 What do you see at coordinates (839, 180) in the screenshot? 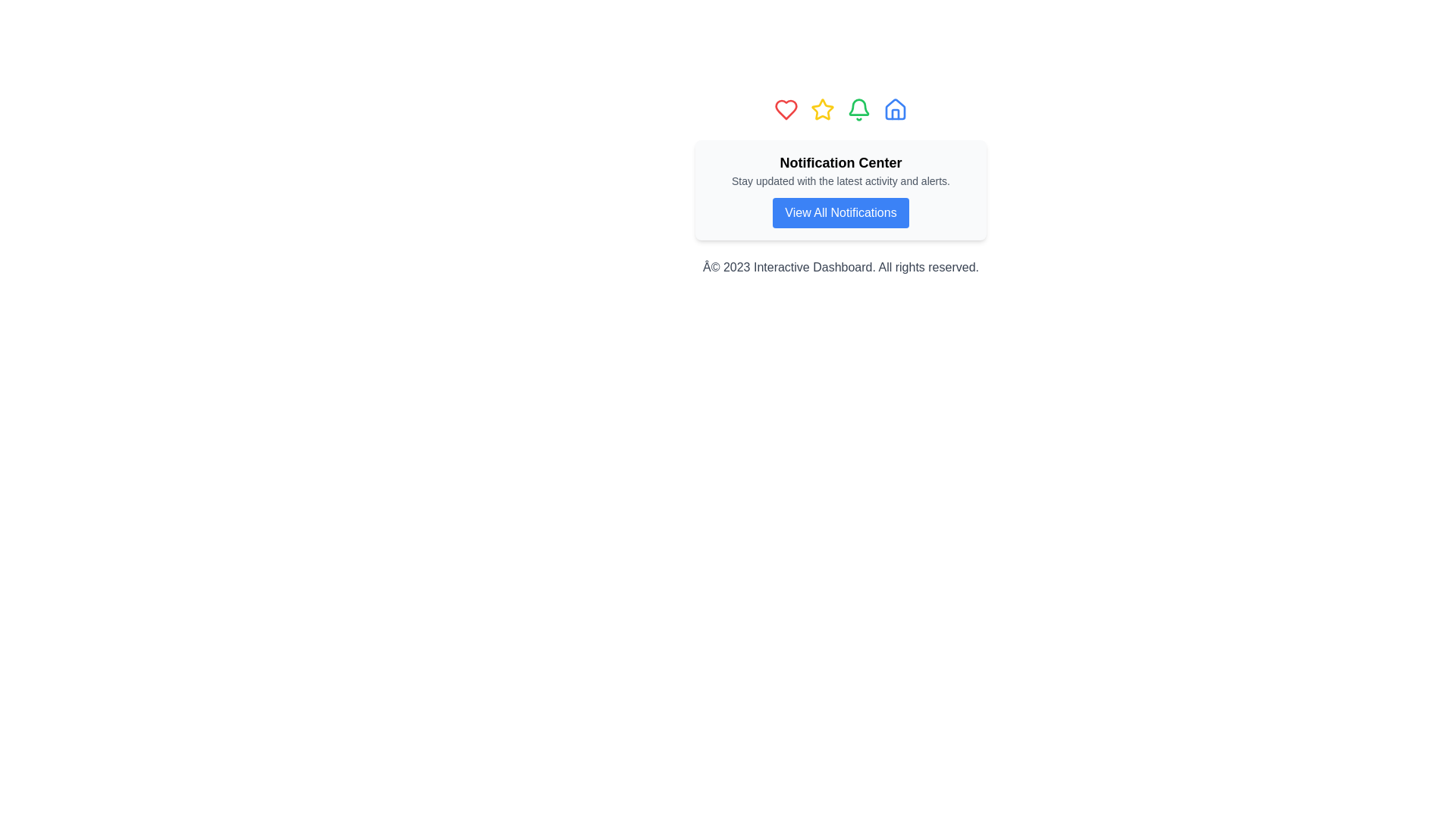
I see `the static text displaying the message 'Stay updated with the latest activity and alerts.' which is positioned below the heading 'Notification Center.'` at bounding box center [839, 180].